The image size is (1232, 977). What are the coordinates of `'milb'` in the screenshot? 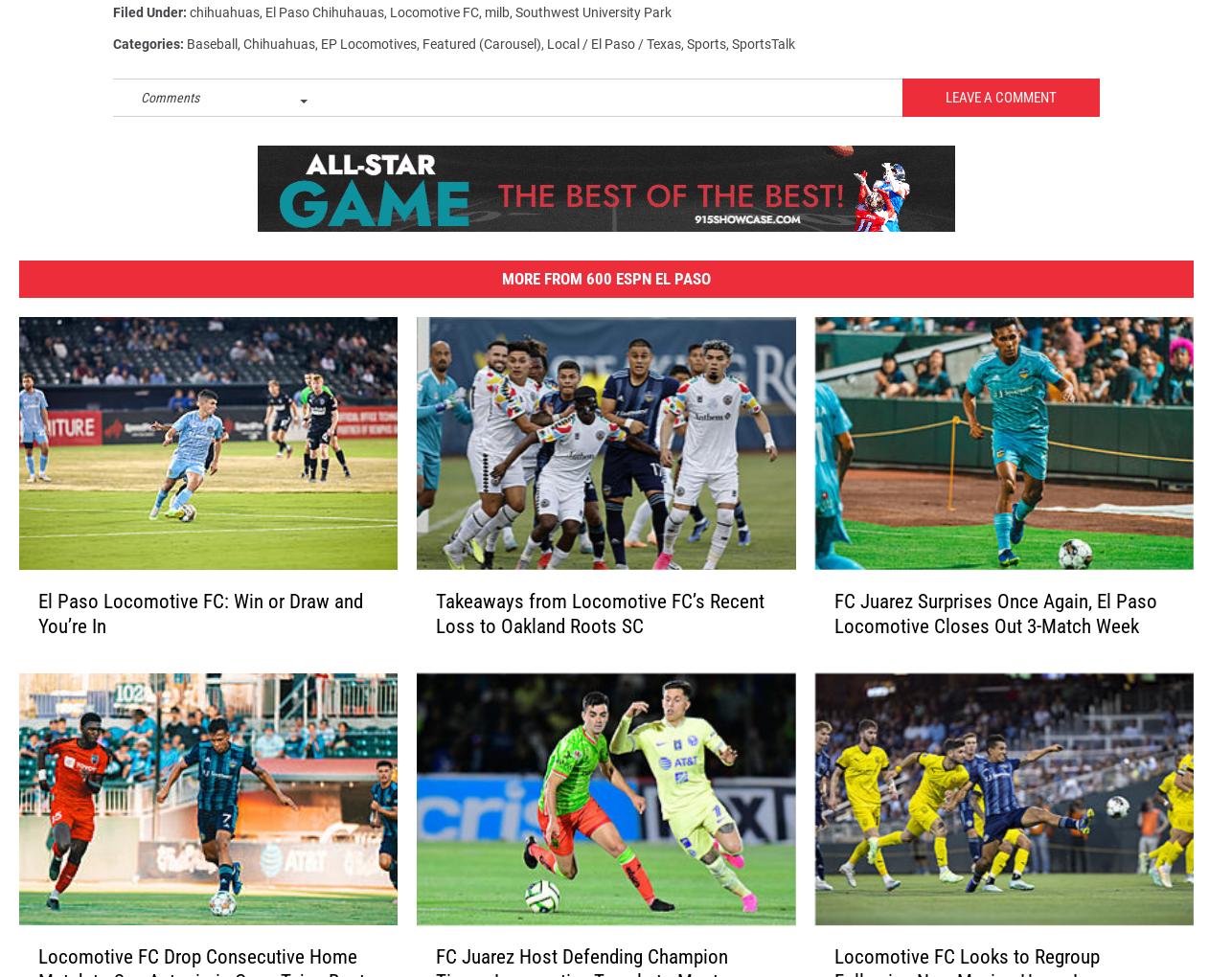 It's located at (496, 20).